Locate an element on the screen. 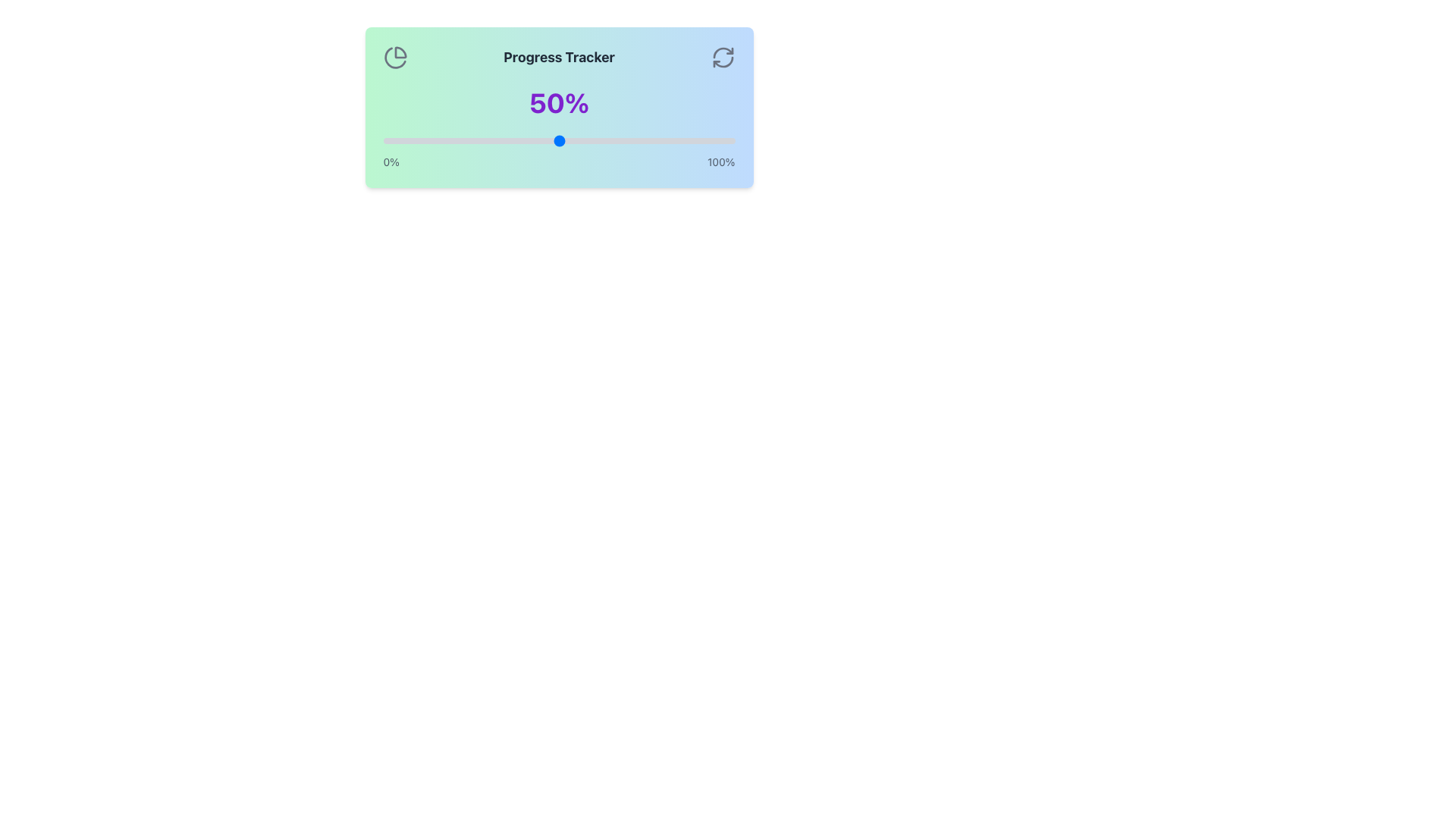  the progress tracker value is located at coordinates (593, 140).